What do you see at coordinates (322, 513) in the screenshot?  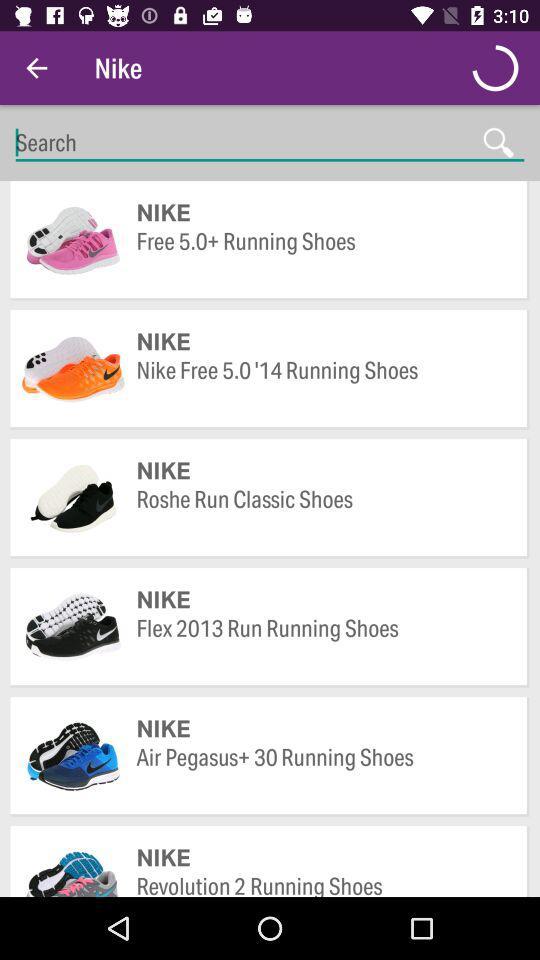 I see `roshe run classic icon` at bounding box center [322, 513].